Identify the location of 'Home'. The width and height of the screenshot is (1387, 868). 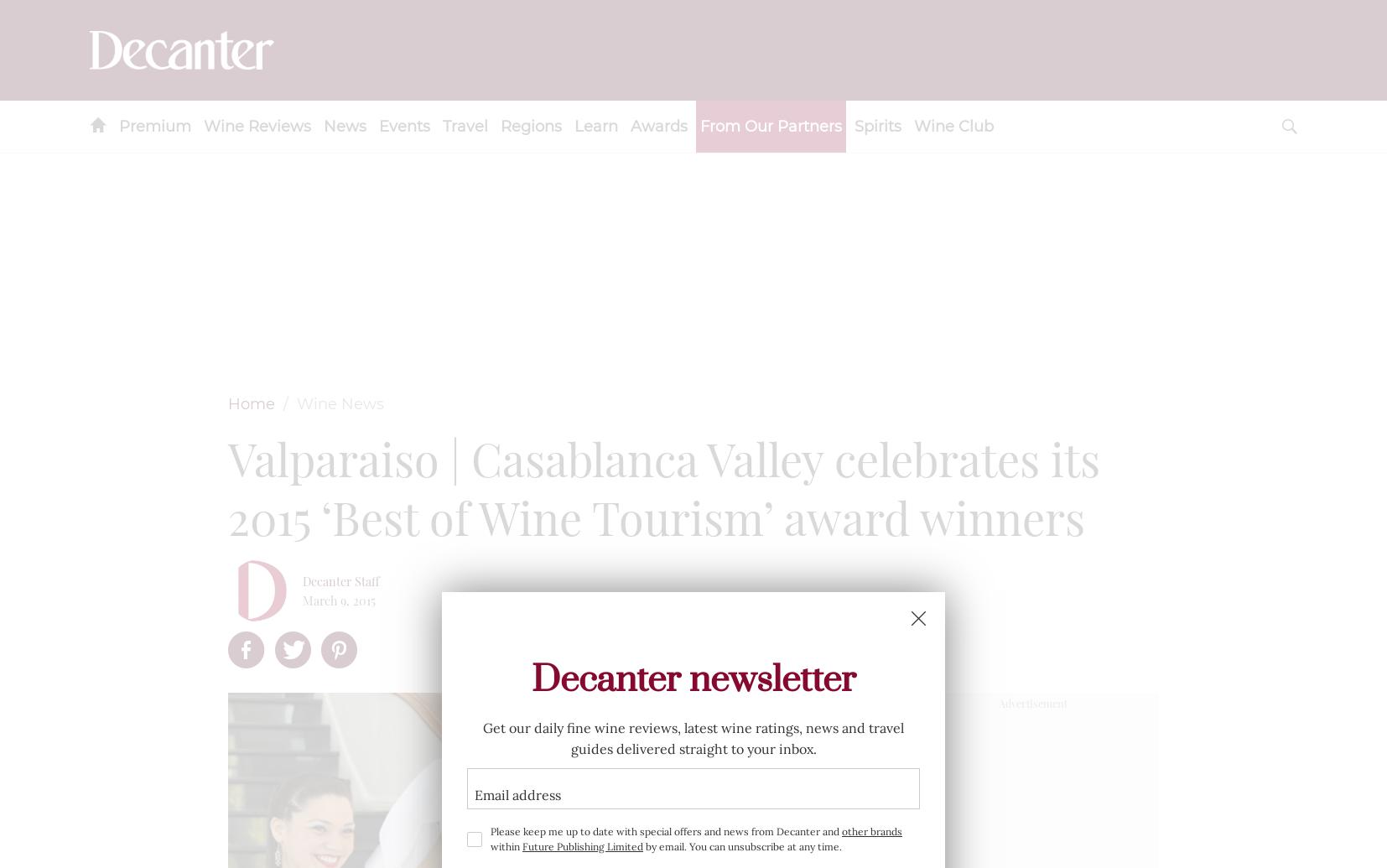
(251, 403).